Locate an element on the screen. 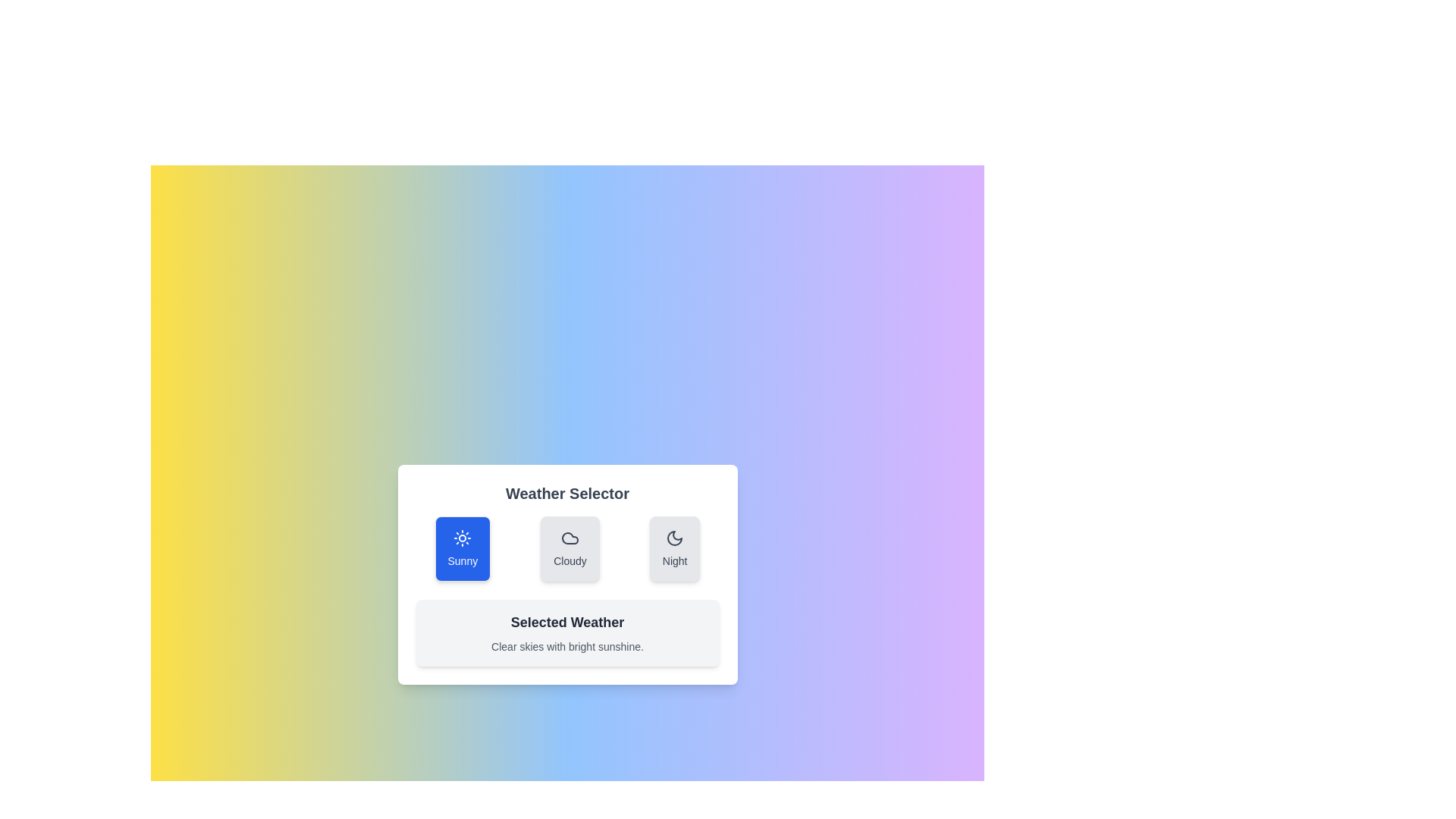  the text label displaying 'Sunny' which is styled with a light font weight and white color, located at the center of a rounded blue button is located at coordinates (462, 561).